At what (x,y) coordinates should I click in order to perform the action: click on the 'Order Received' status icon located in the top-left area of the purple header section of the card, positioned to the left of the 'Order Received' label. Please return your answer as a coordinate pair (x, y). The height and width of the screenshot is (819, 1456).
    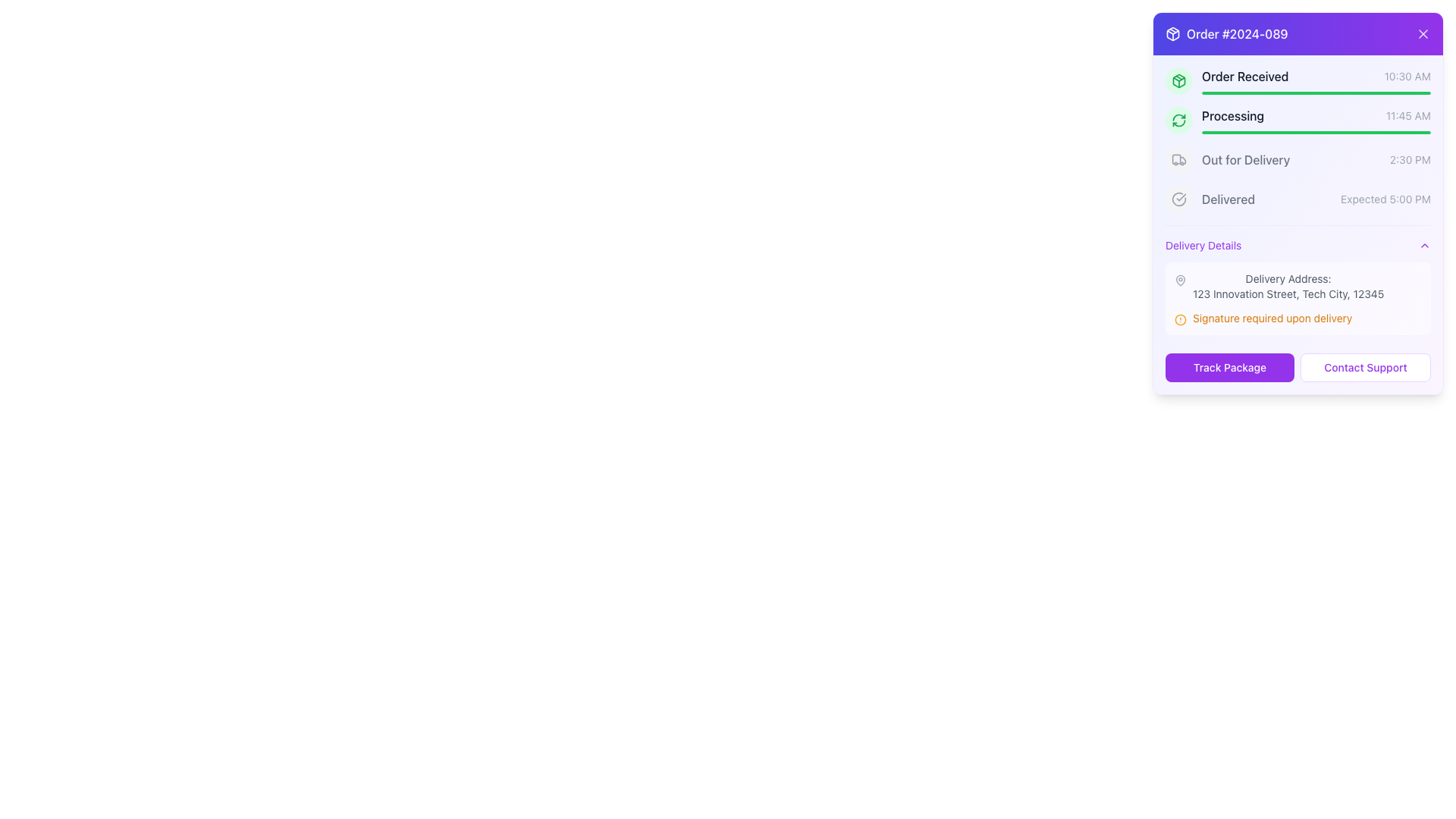
    Looking at the image, I should click on (1172, 34).